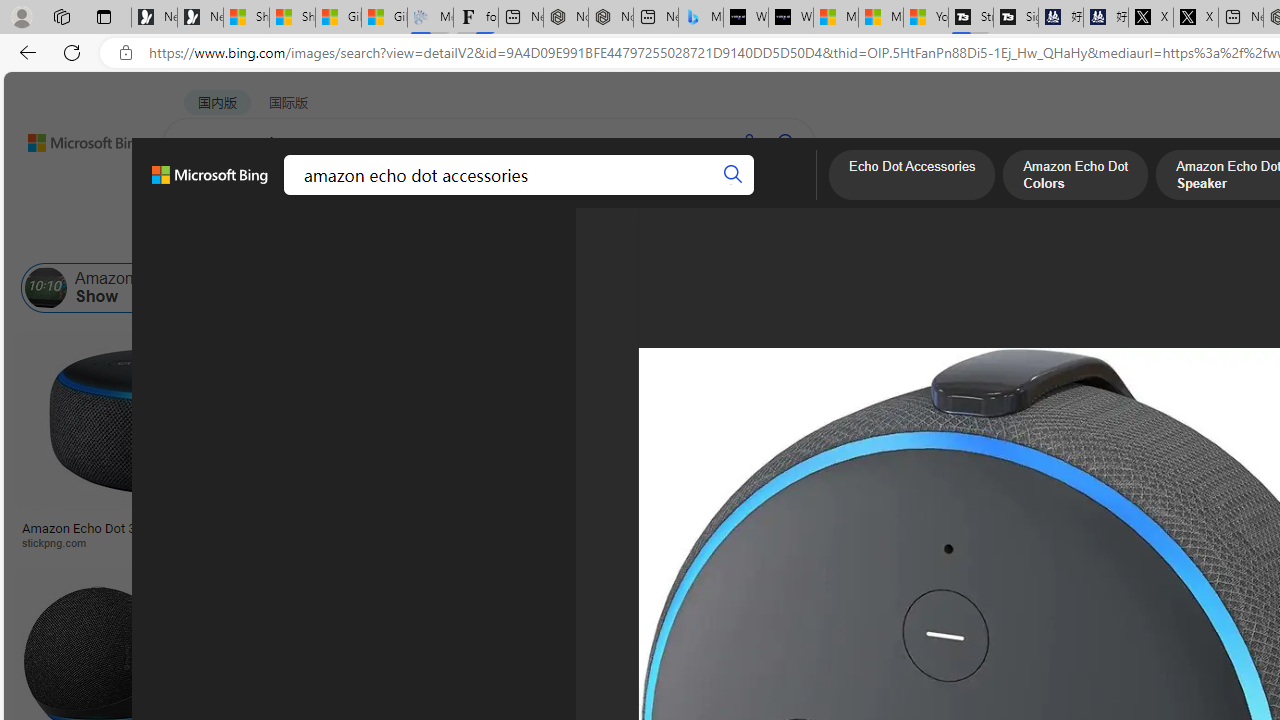  What do you see at coordinates (1074, 176) in the screenshot?
I see `'Amazon Echo Dot Colors'` at bounding box center [1074, 176].